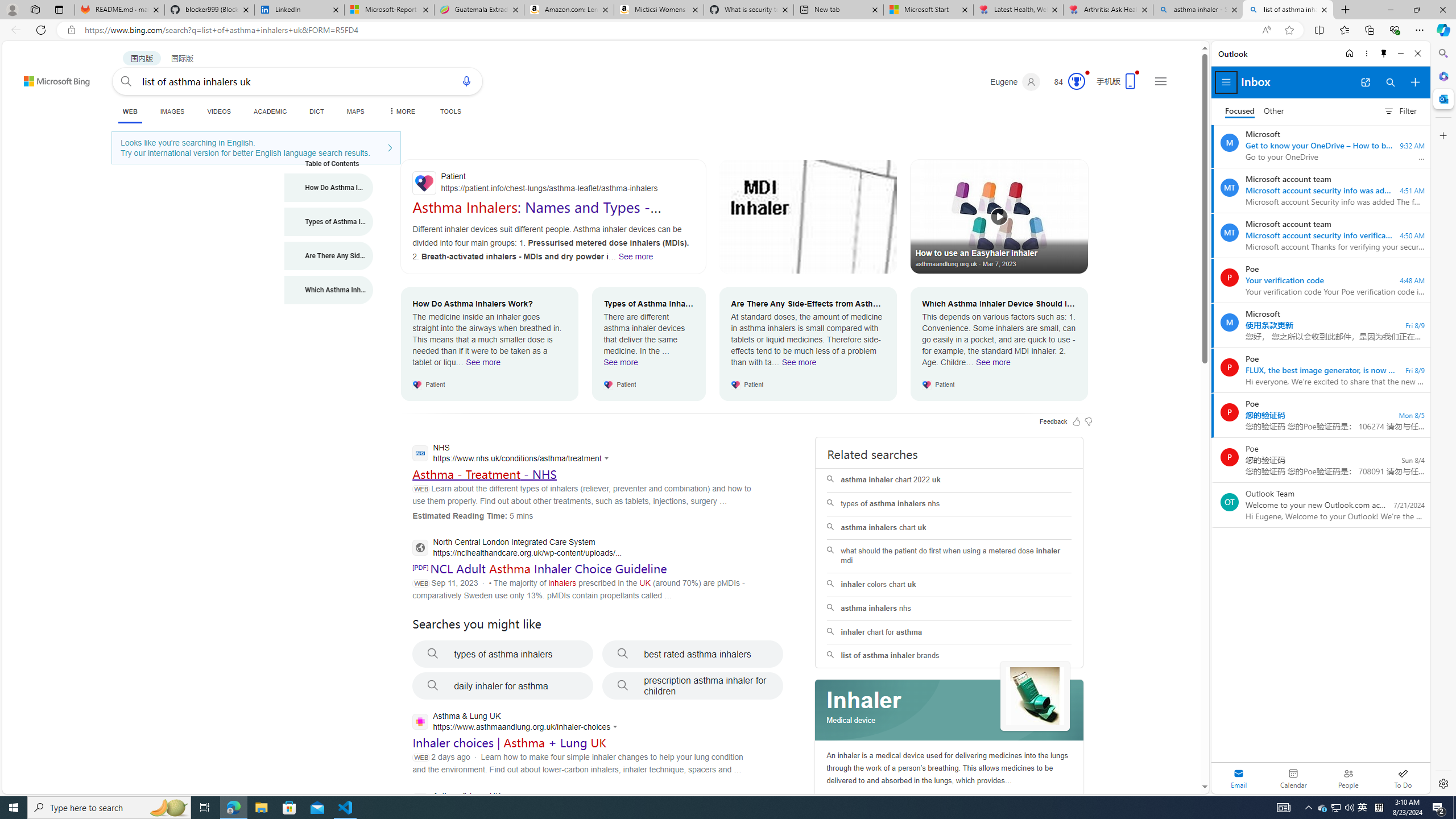 The image size is (1456, 819). Describe the element at coordinates (355, 111) in the screenshot. I see `'MAPS'` at that location.